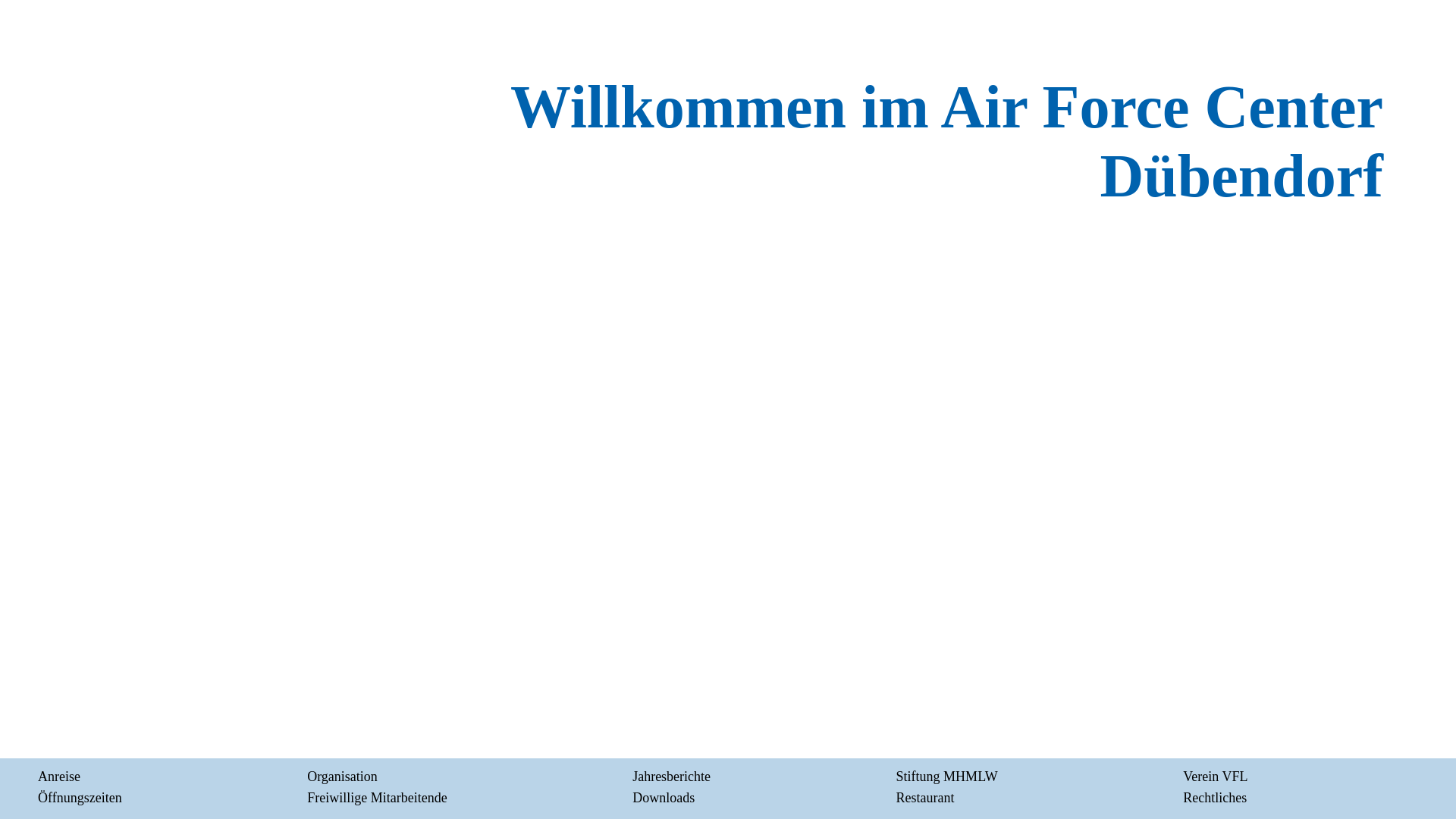  I want to click on 'Freiwillige Mitarbeitende', so click(377, 797).